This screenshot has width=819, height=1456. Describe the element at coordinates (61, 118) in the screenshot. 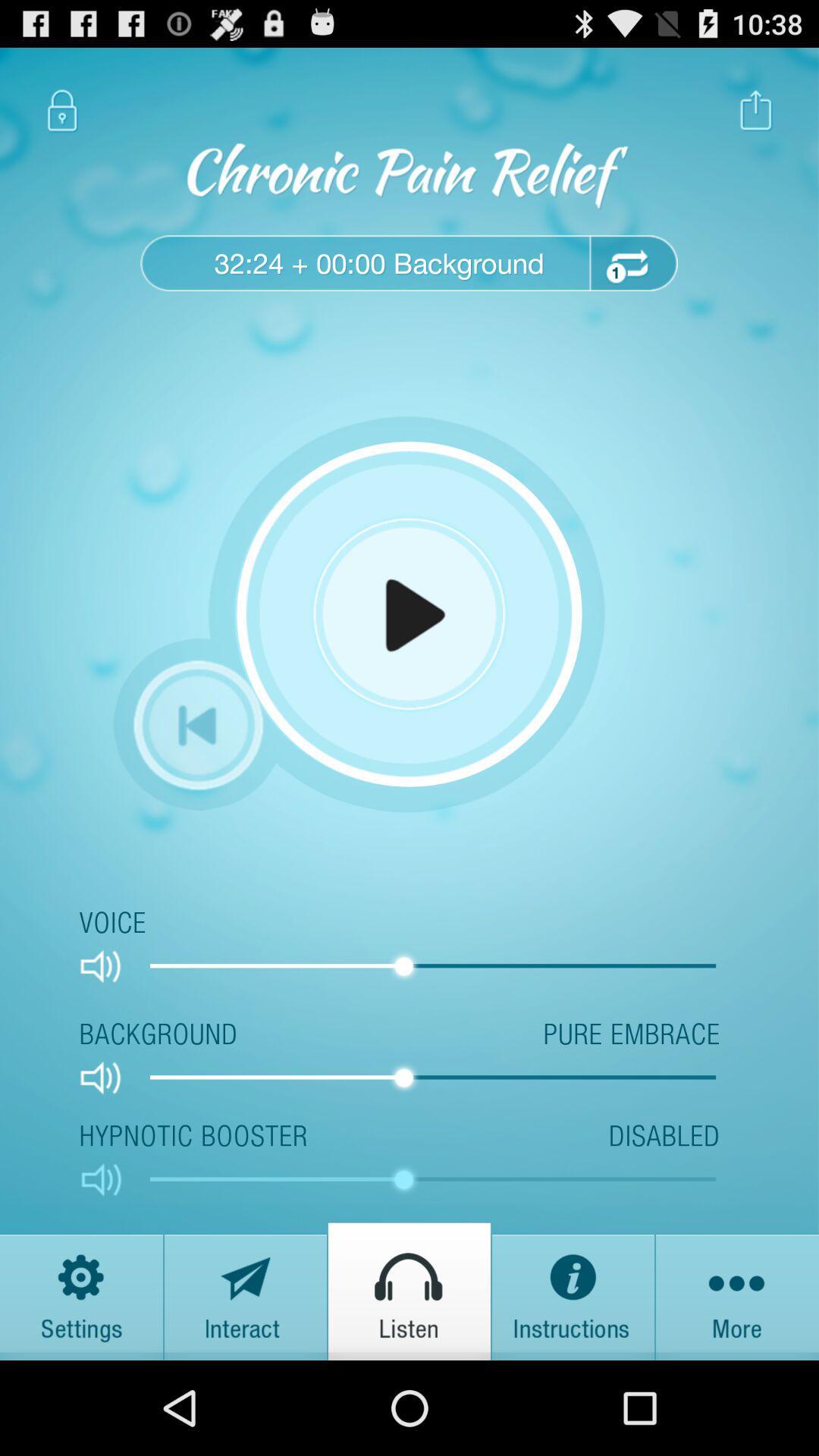

I see `the lock icon` at that location.